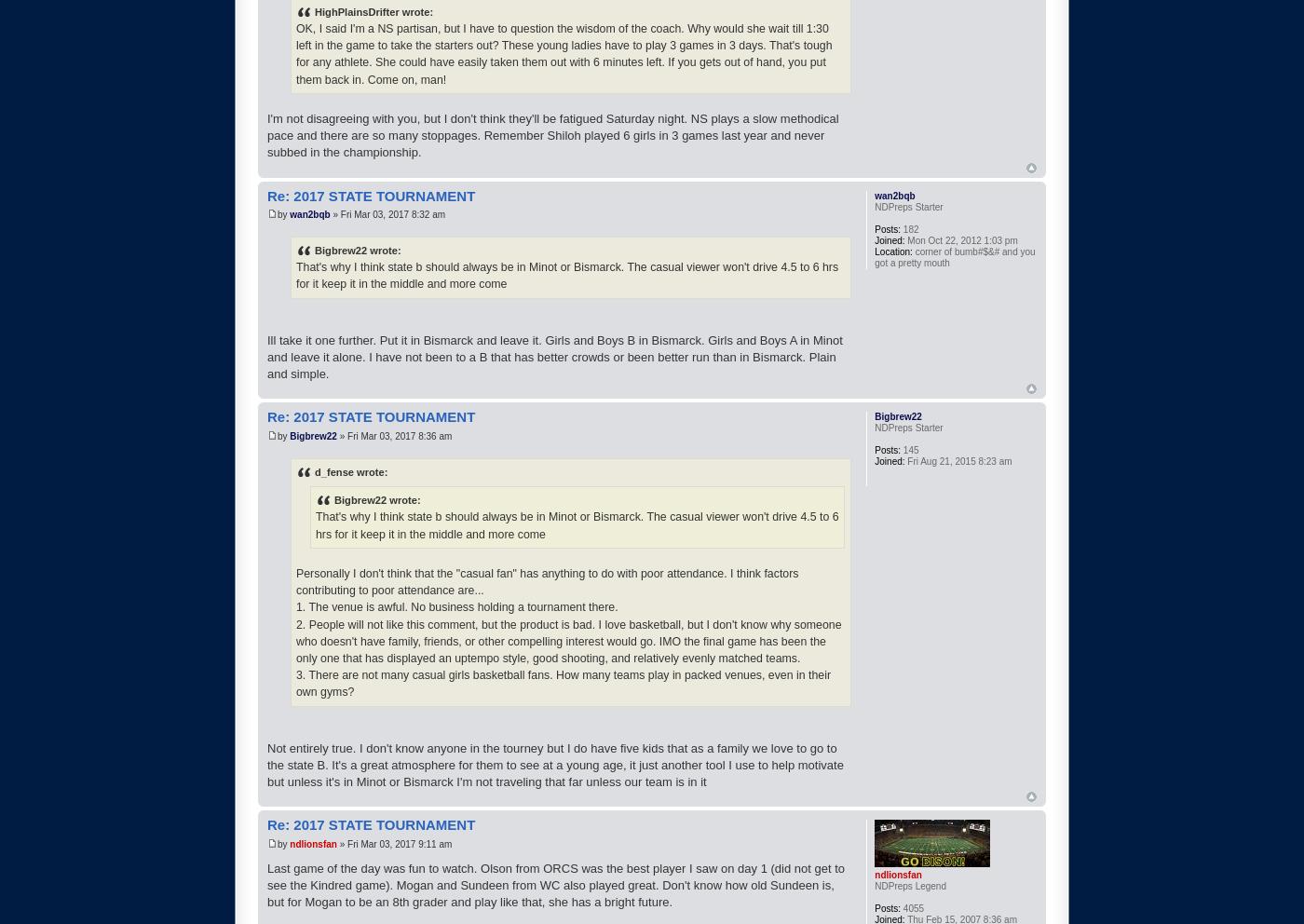 This screenshot has width=1304, height=924. What do you see at coordinates (555, 884) in the screenshot?
I see `'Last game of the day was fun to watch.  Olson from ORCS was the best player I saw on day 1 (did not get to see the Kindred game).  Mogan and Sundeen from WC also played great.  Don't know how old Sundeen is, but for Mogan to be an 8th grader and play like that, she has a bright future.'` at bounding box center [555, 884].